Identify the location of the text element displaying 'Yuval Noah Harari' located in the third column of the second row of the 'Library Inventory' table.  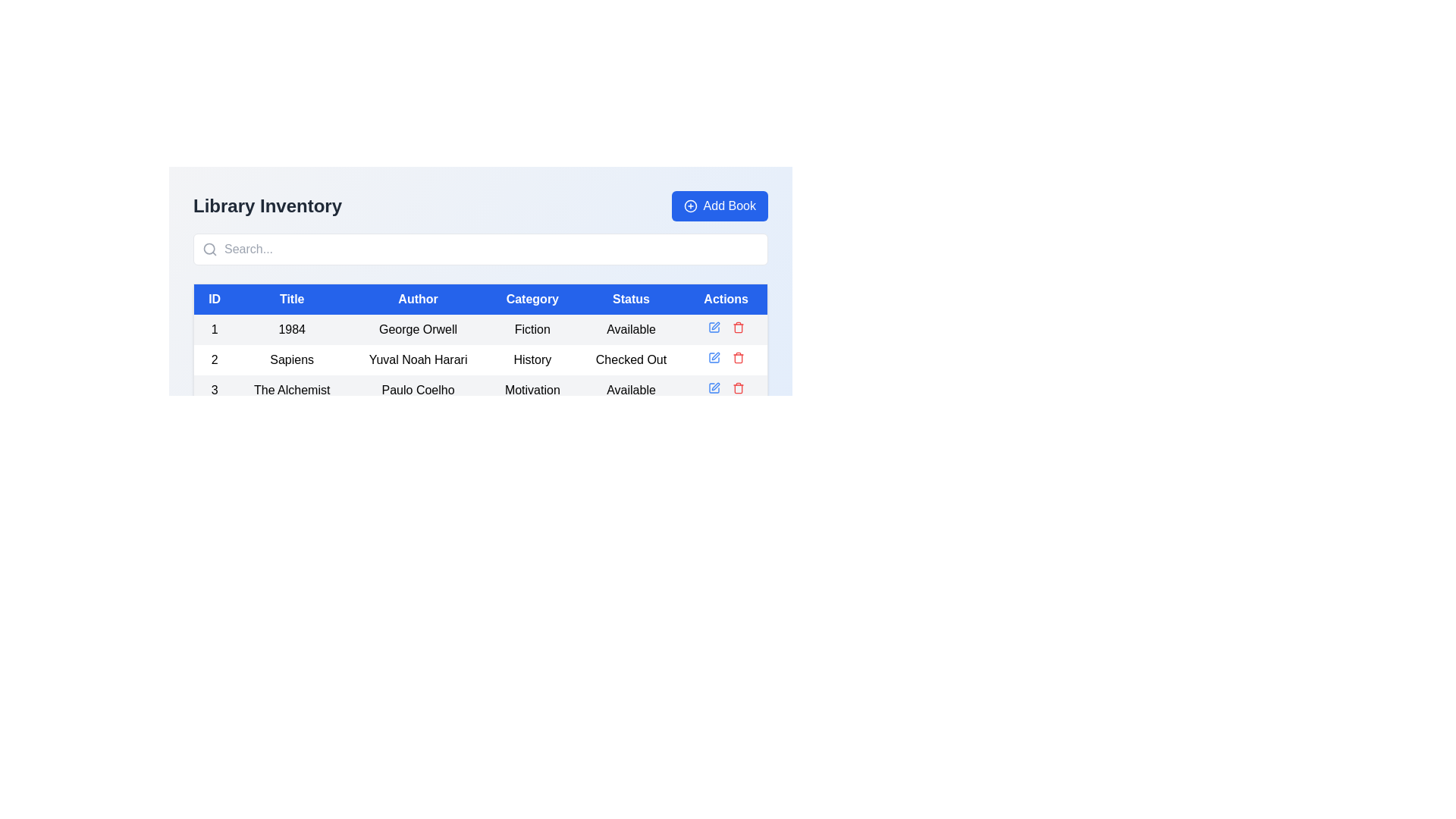
(418, 359).